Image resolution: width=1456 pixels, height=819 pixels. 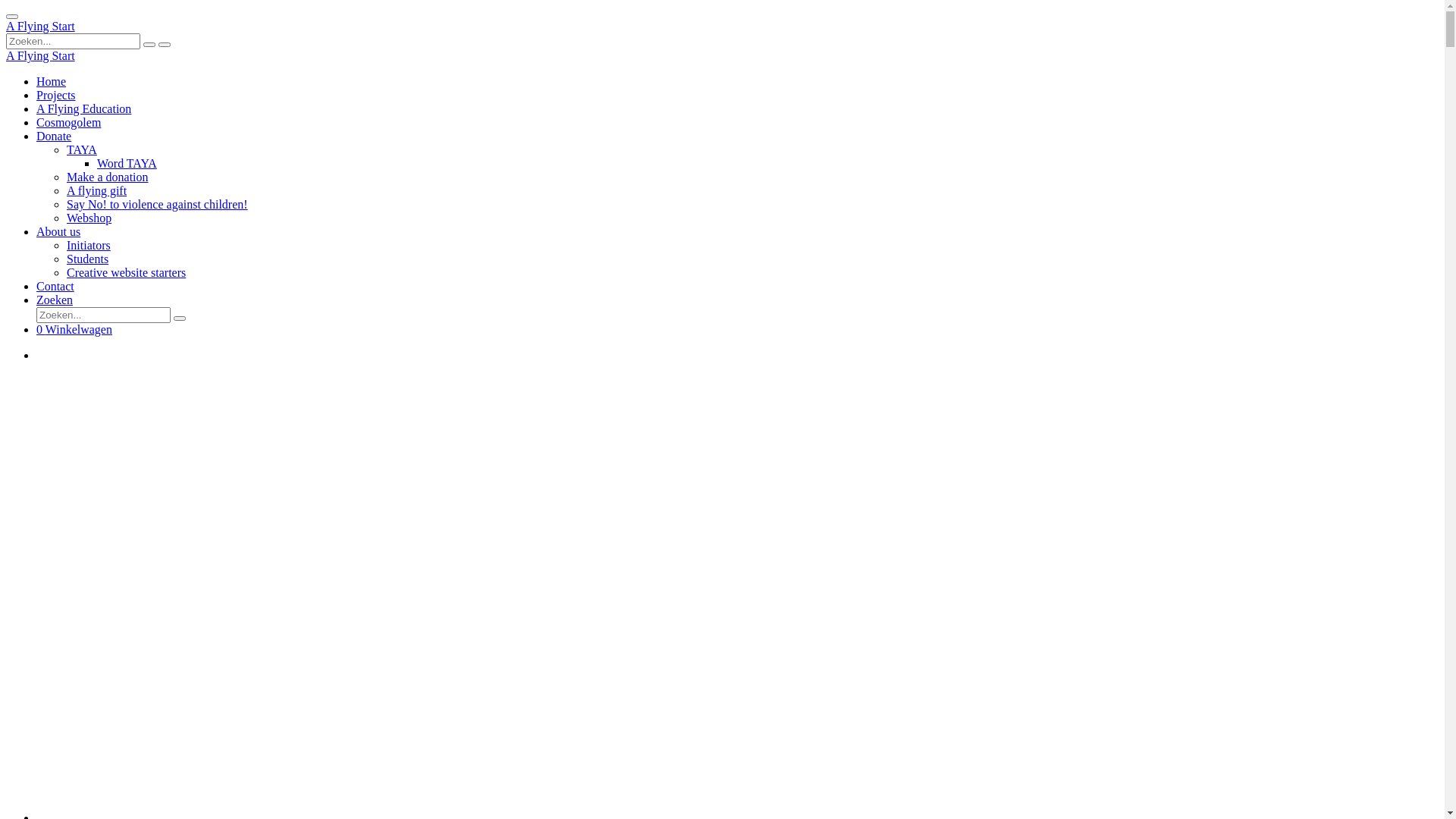 I want to click on 'Creative website starters', so click(x=65, y=271).